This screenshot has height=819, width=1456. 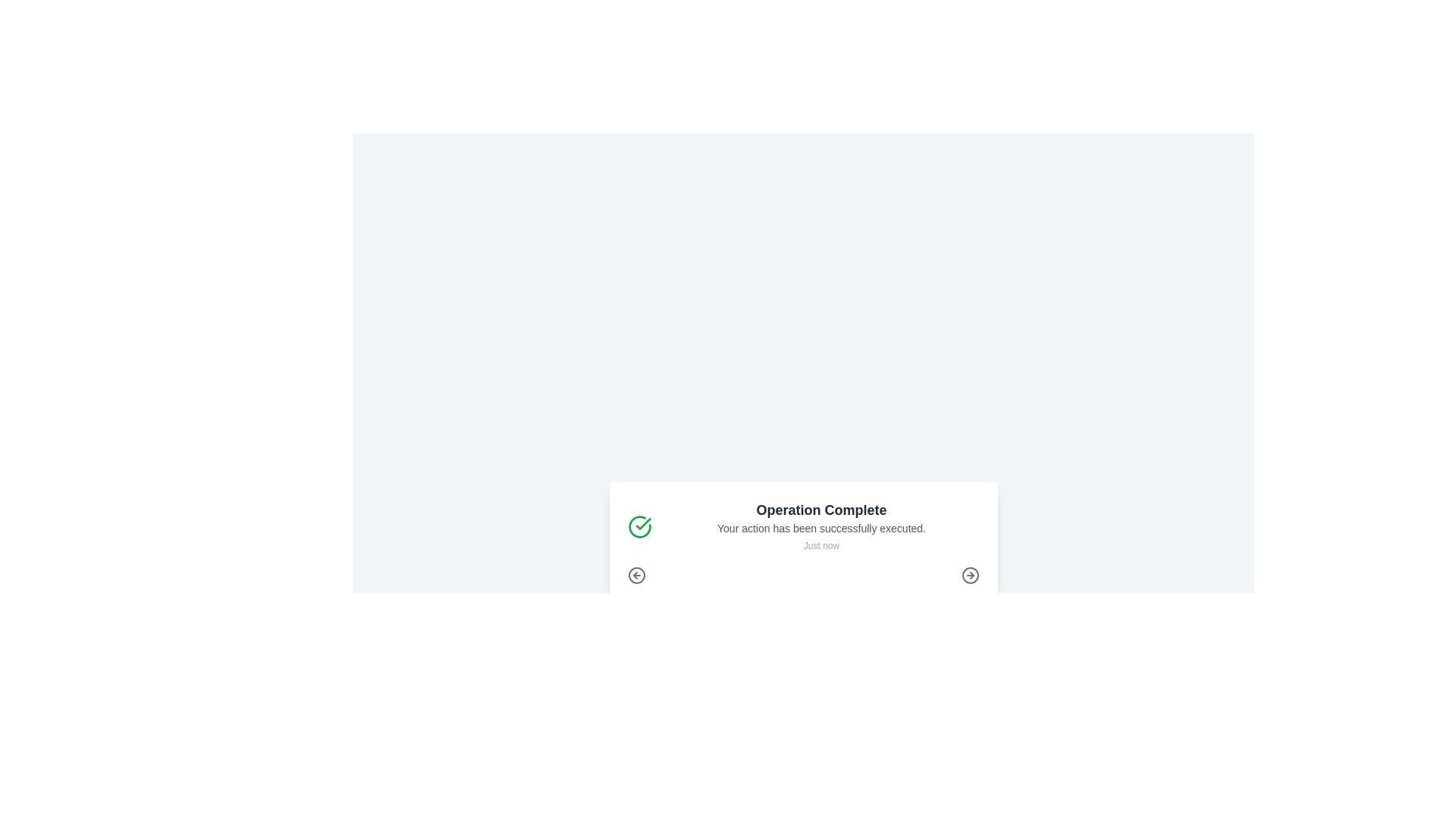 What do you see at coordinates (639, 526) in the screenshot?
I see `the circular SVG graphic icon with a green stroke located to the left of the 'Operation Complete' text` at bounding box center [639, 526].